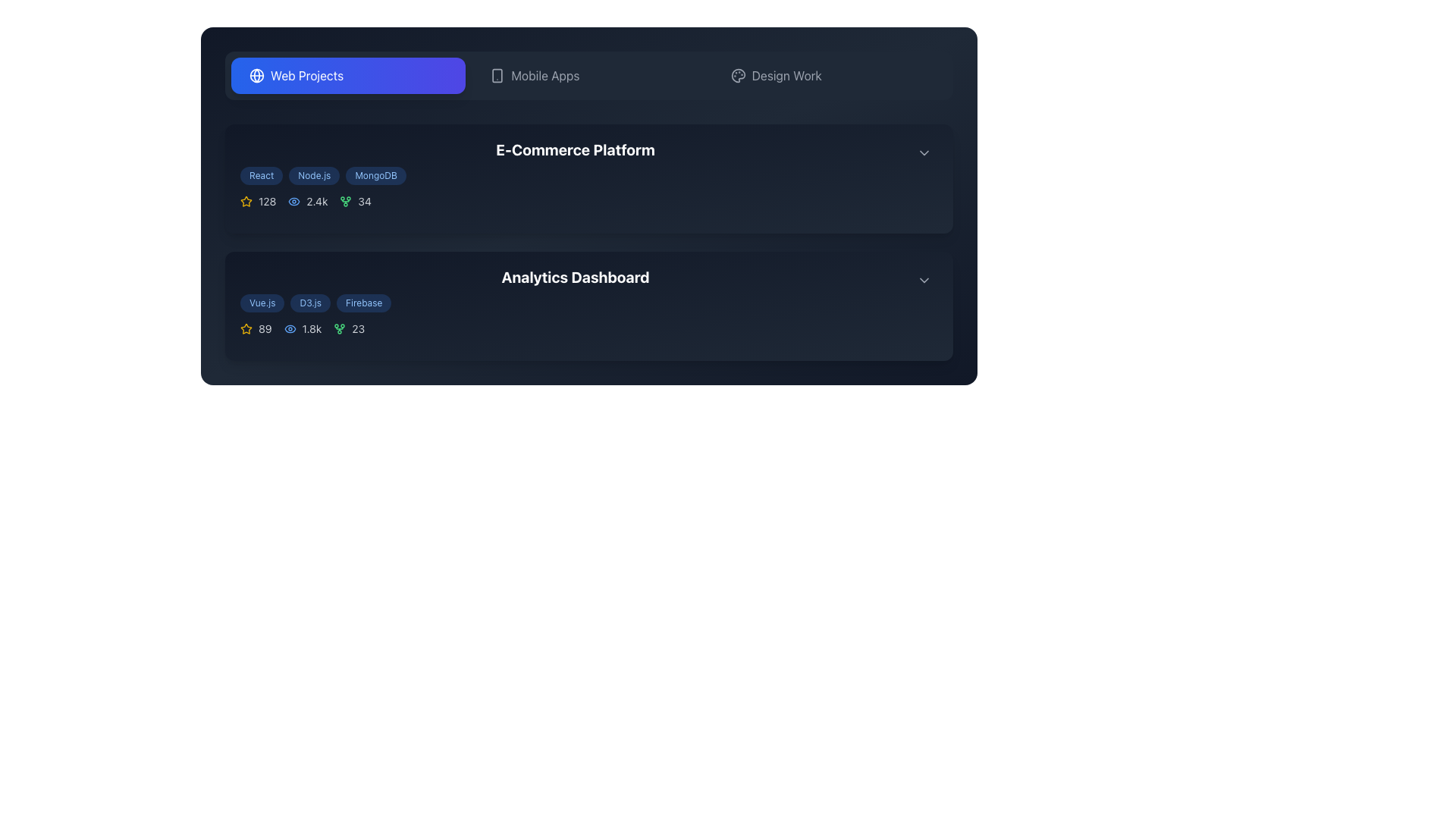 This screenshot has width=1456, height=819. Describe the element at coordinates (257, 76) in the screenshot. I see `the globe icon by clicking on the center of the circle that forms its outline` at that location.